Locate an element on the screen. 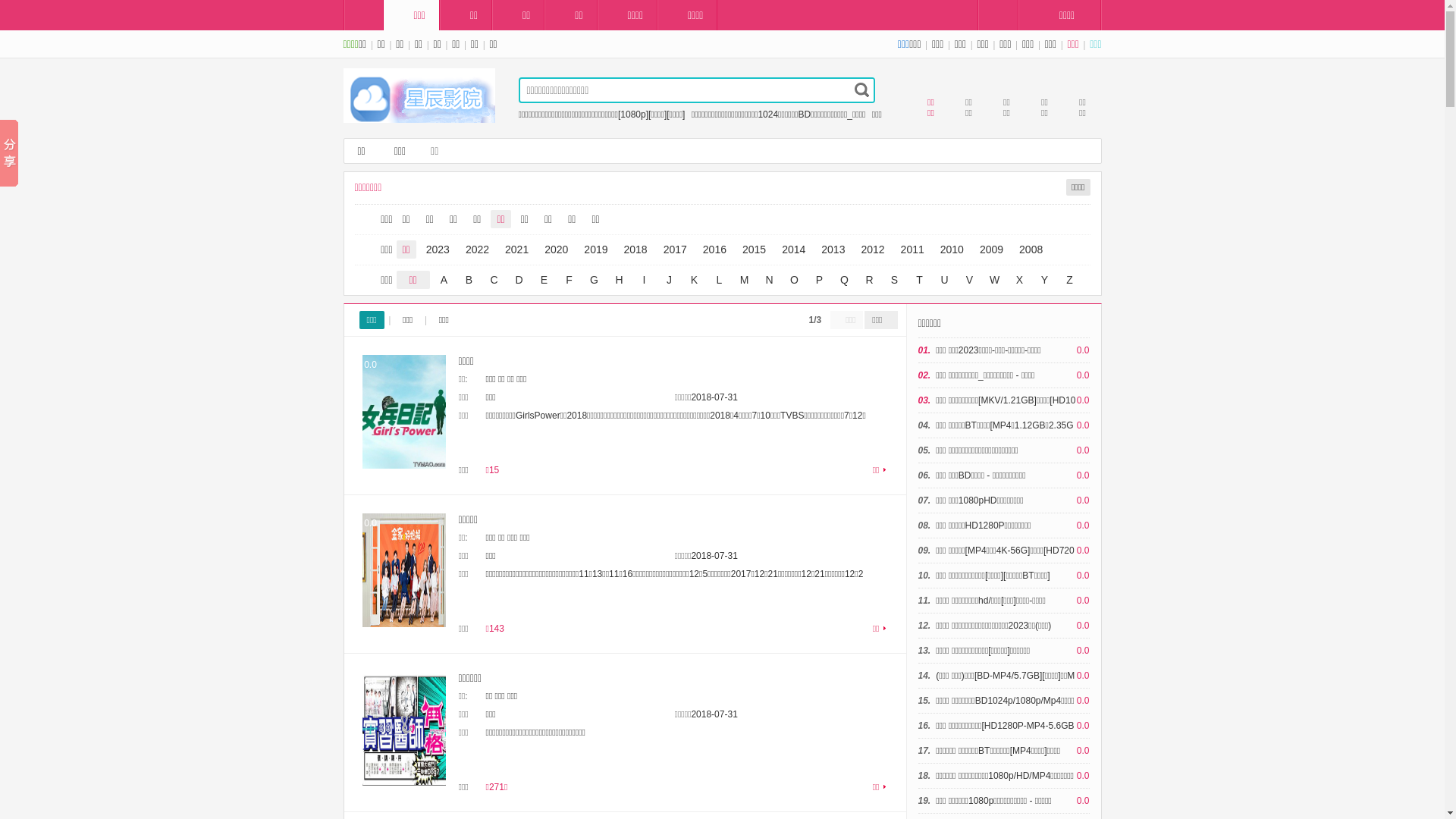  'M' is located at coordinates (734, 280).